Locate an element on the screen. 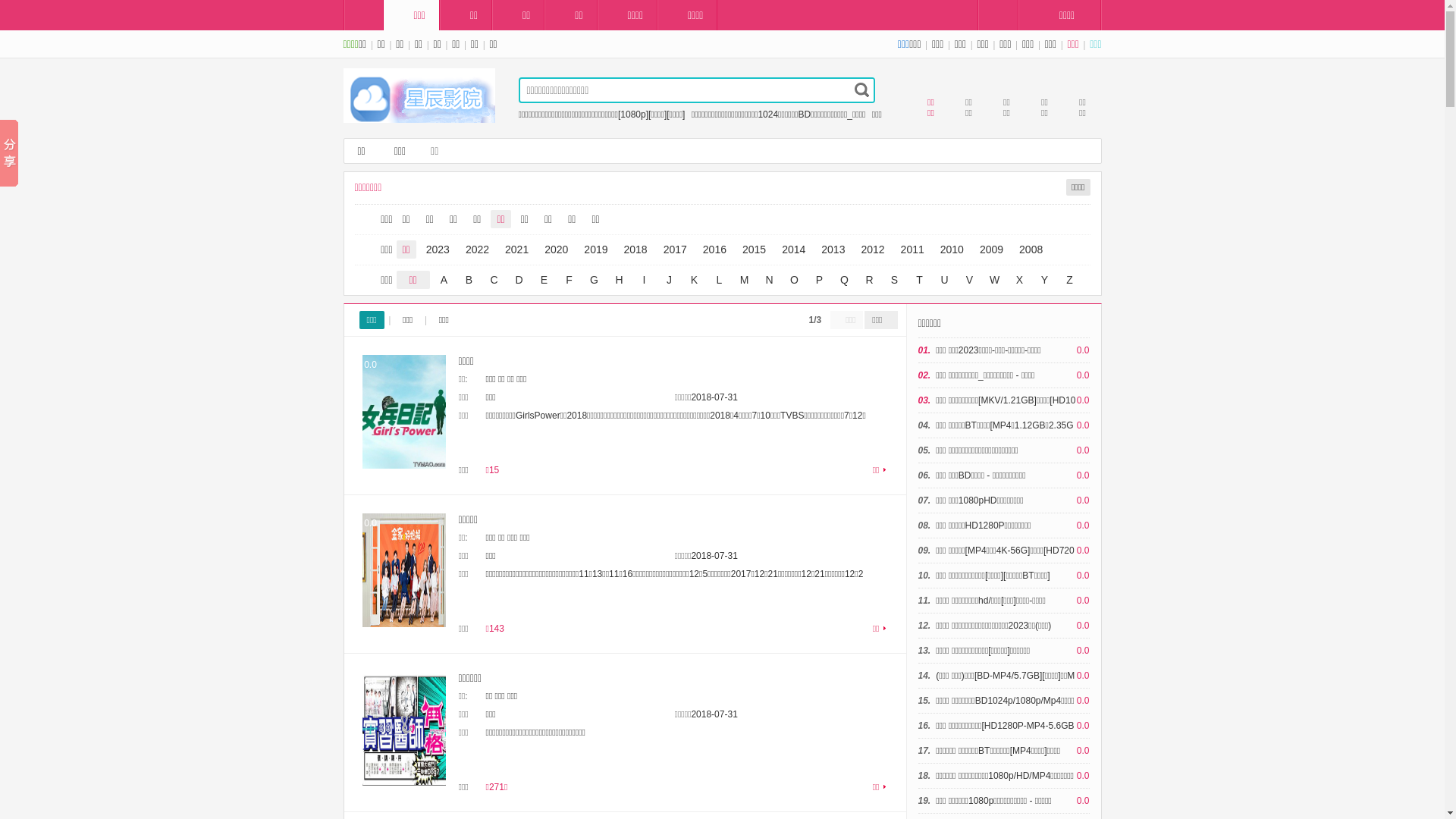  'M' is located at coordinates (734, 280).